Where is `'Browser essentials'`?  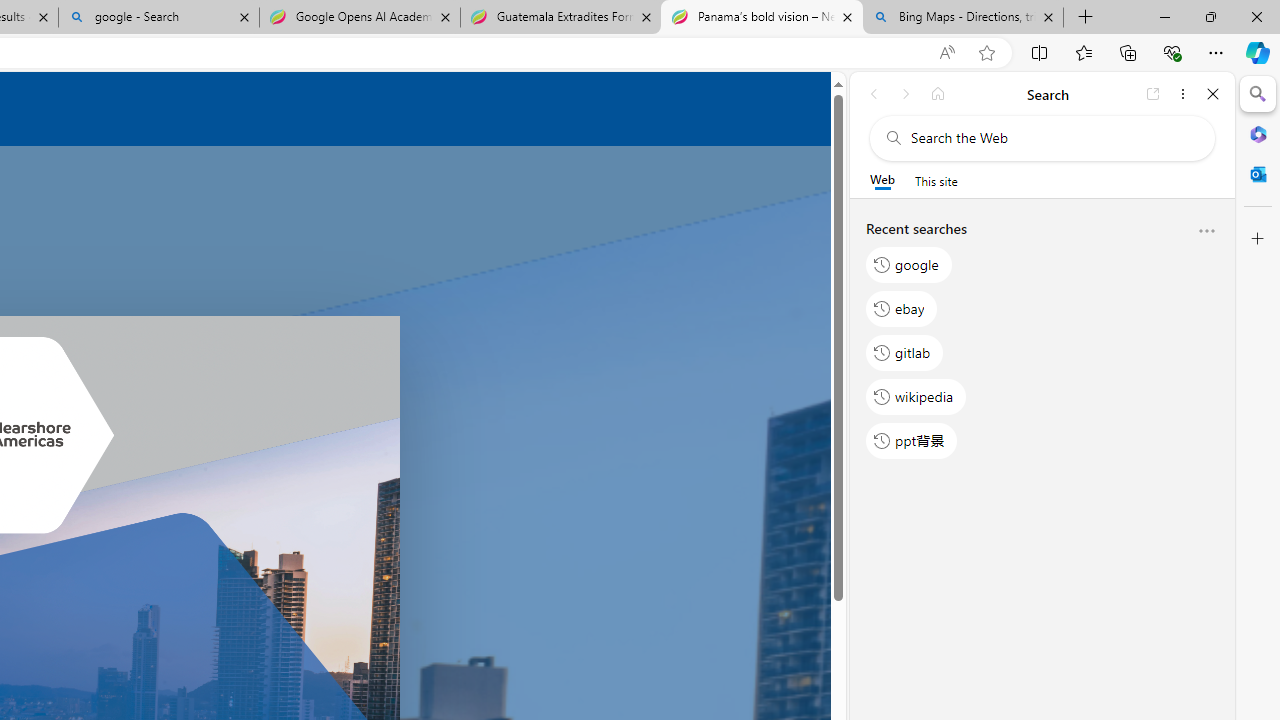 'Browser essentials' is located at coordinates (1171, 51).